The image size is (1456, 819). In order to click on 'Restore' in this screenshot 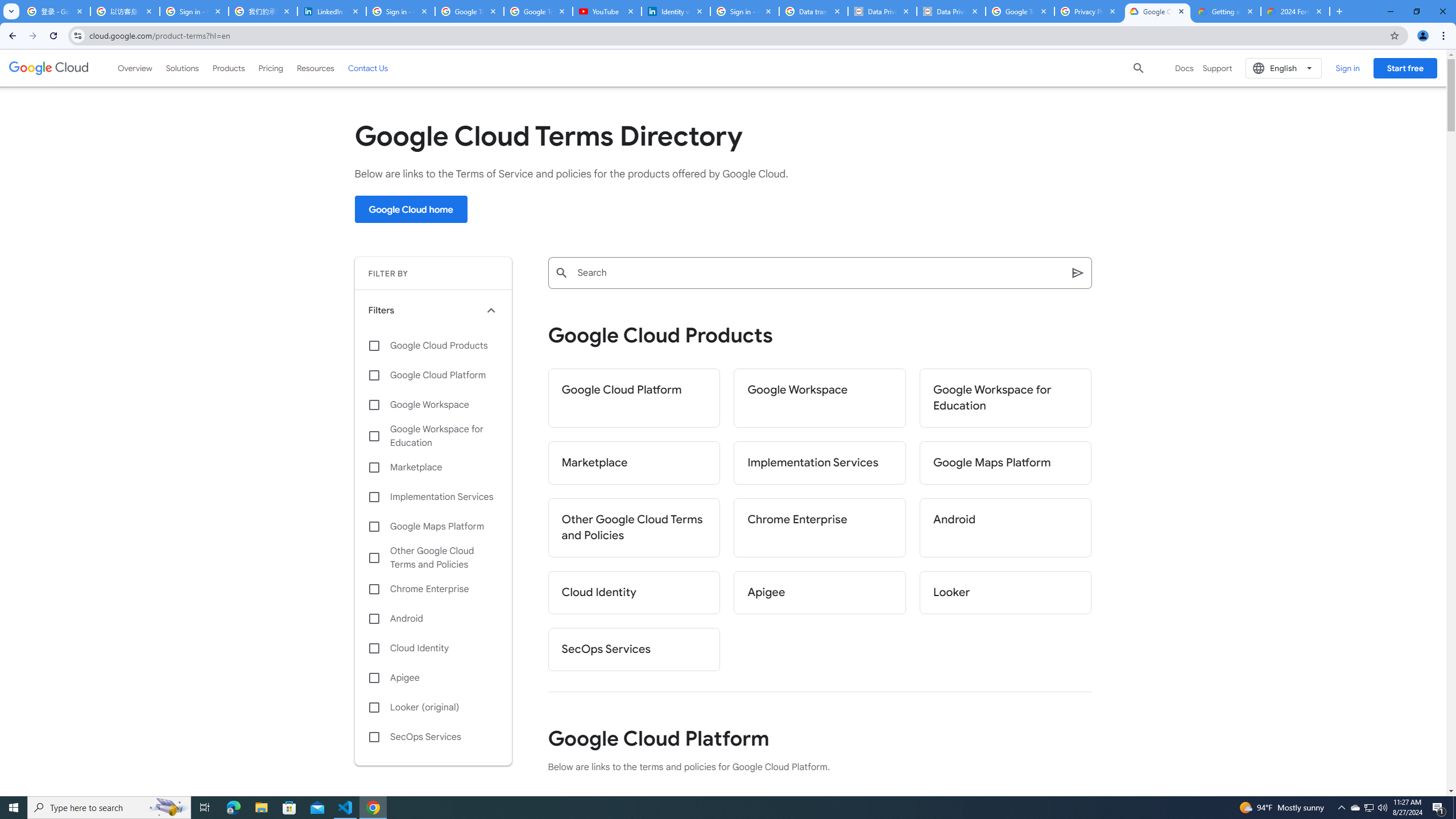, I will do `click(1416, 11)`.